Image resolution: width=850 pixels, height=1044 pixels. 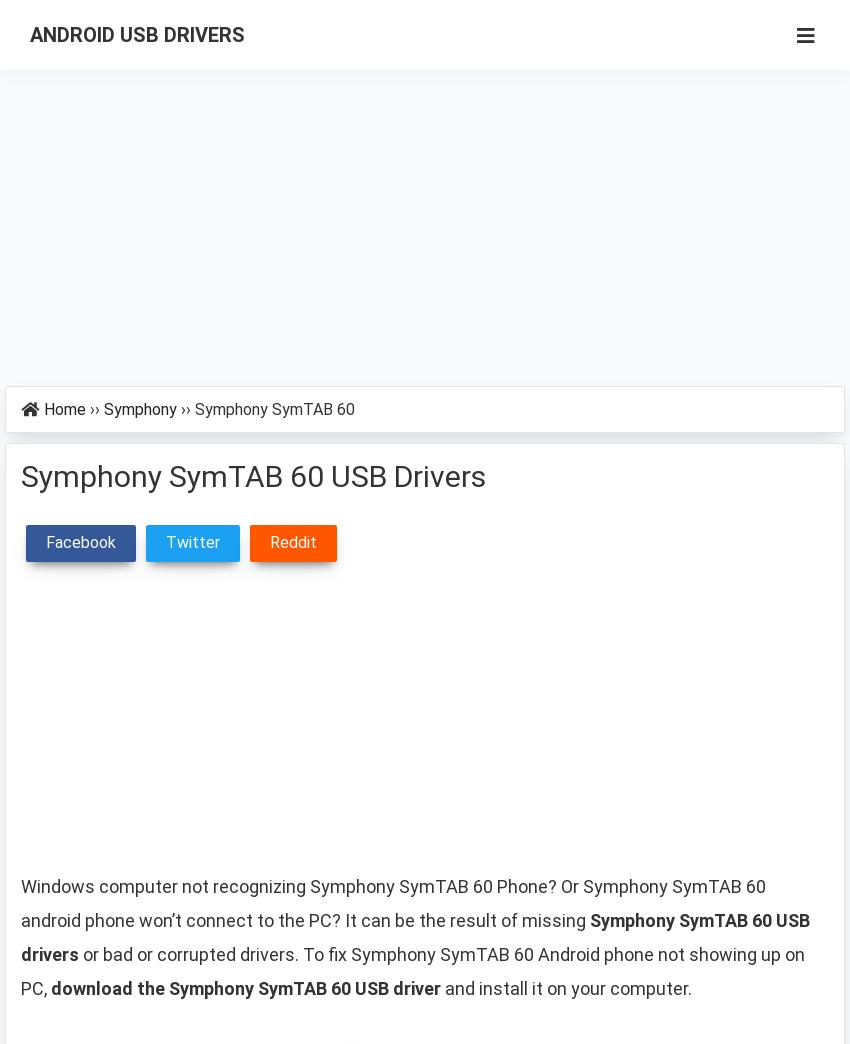 I want to click on 'Android USB Drivers', so click(x=137, y=33).